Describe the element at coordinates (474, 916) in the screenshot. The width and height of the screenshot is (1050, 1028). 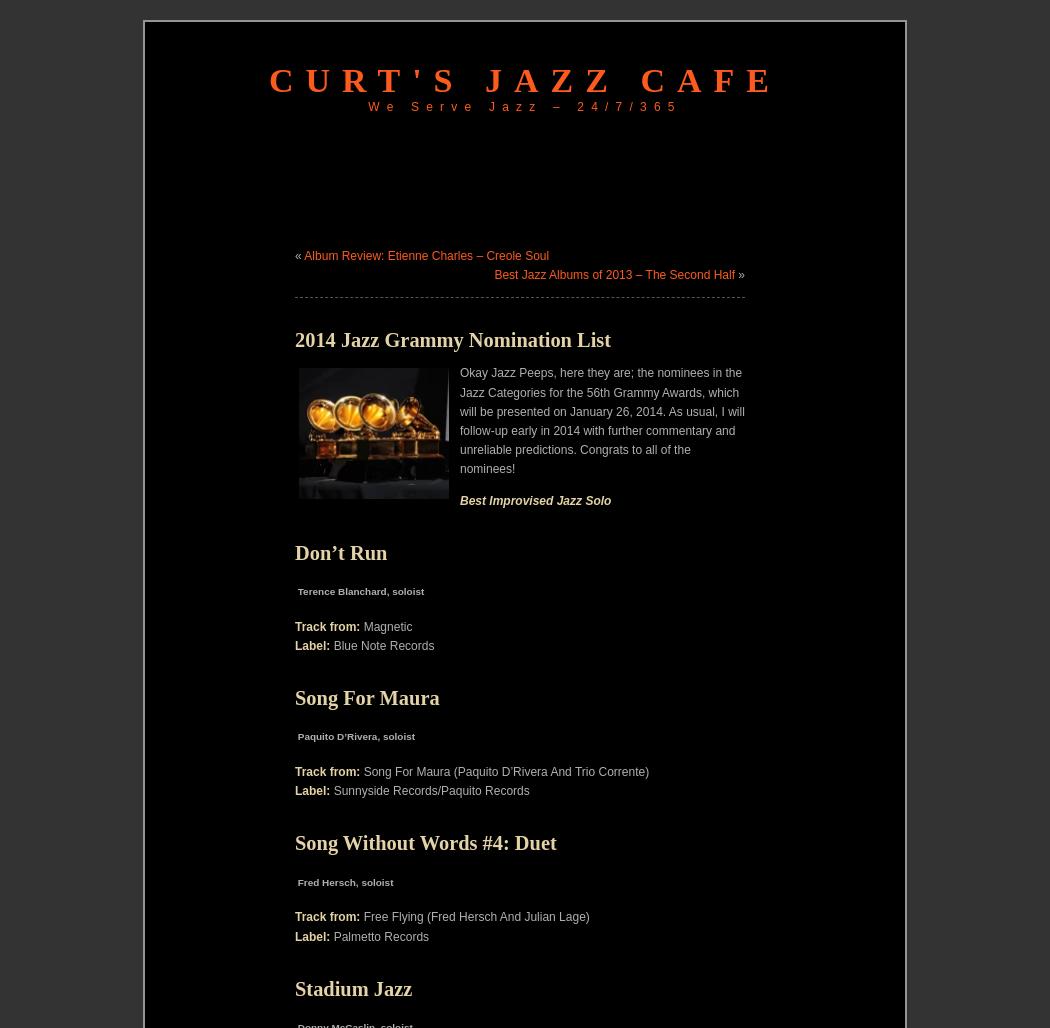
I see `'Free Flying (Fred Hersch And Julian Lage)'` at that location.